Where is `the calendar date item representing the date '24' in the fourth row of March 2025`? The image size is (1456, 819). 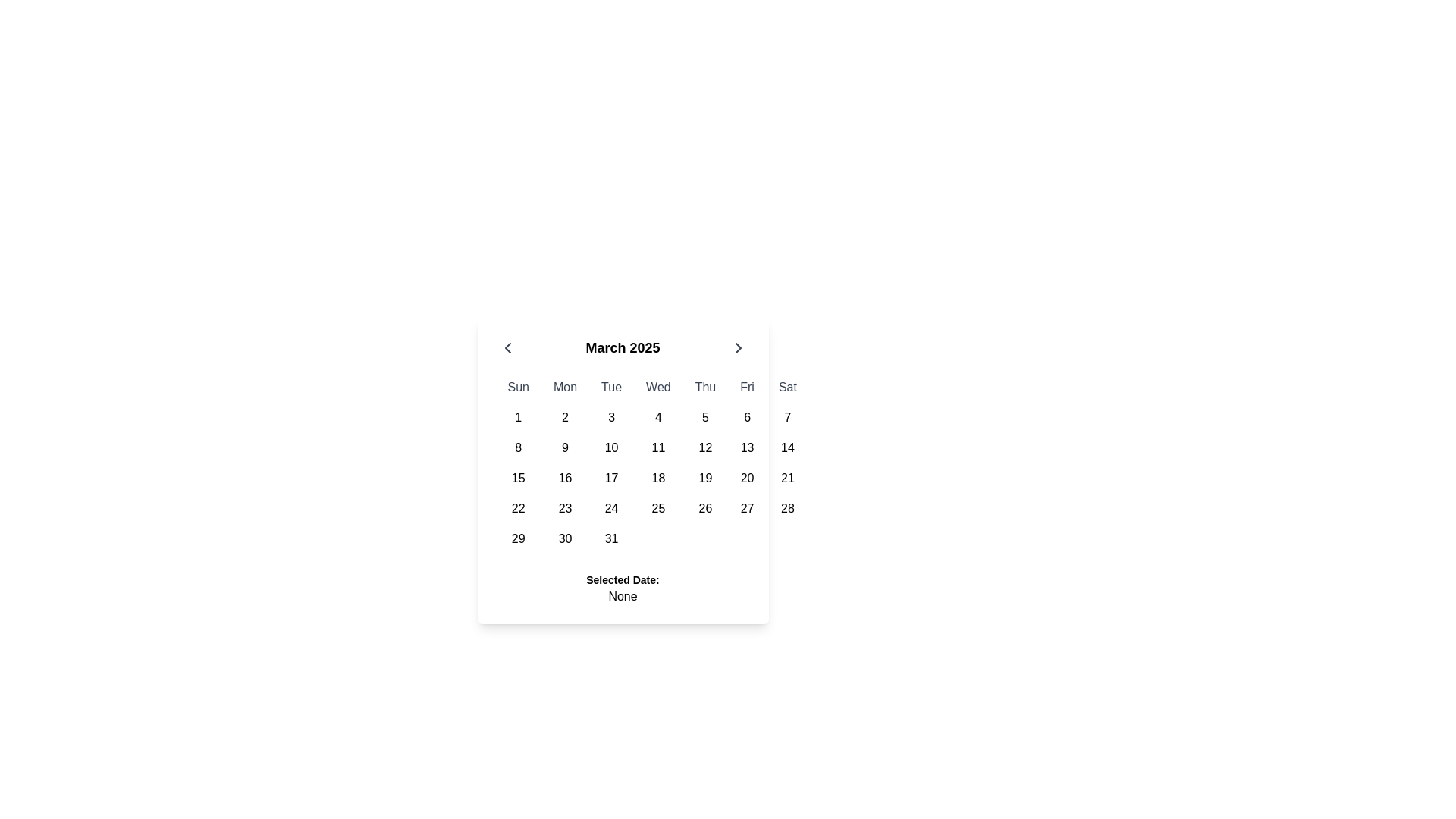
the calendar date item representing the date '24' in the fourth row of March 2025 is located at coordinates (611, 509).